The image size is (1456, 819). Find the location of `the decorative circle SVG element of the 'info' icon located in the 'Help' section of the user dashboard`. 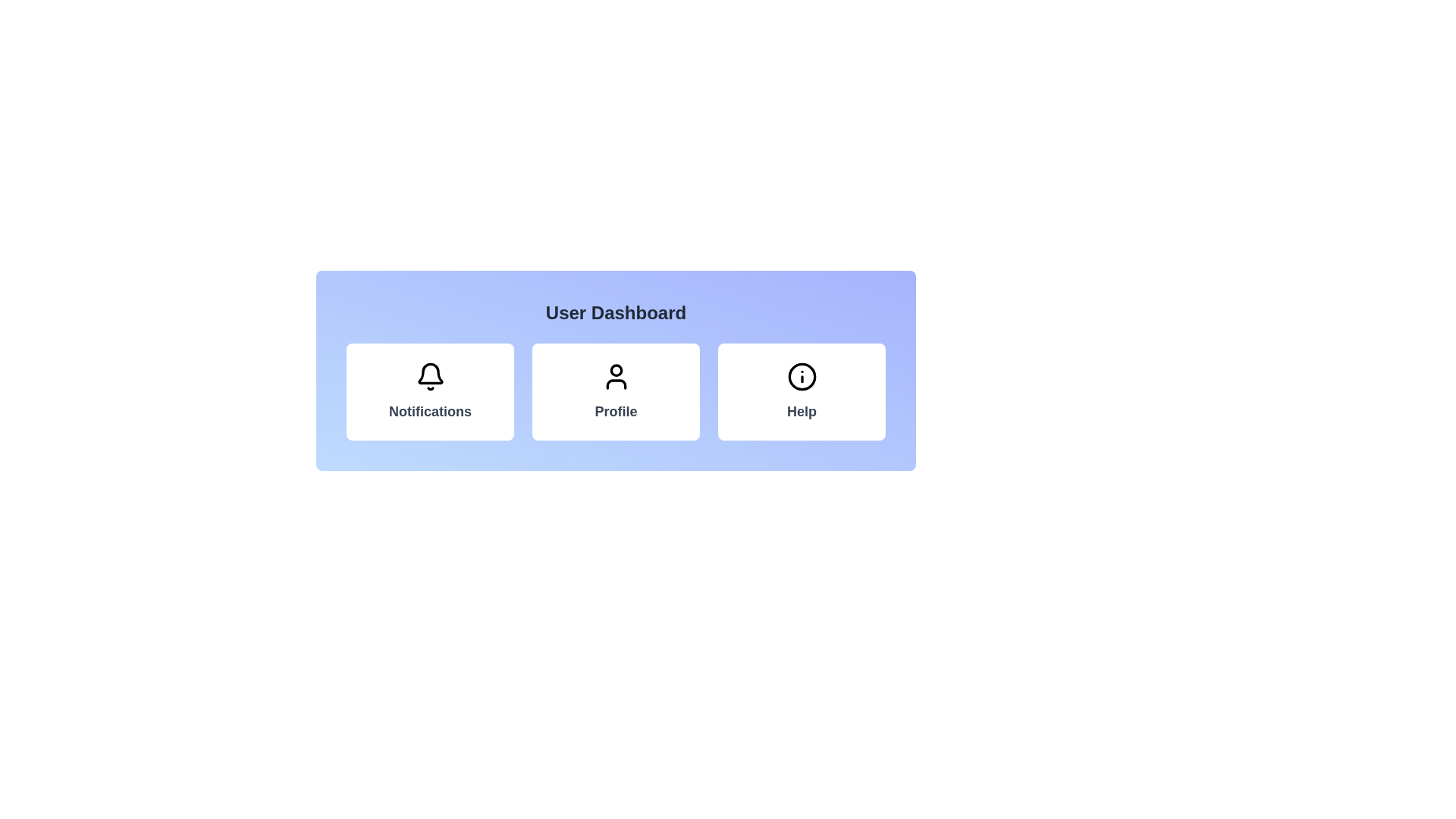

the decorative circle SVG element of the 'info' icon located in the 'Help' section of the user dashboard is located at coordinates (801, 376).